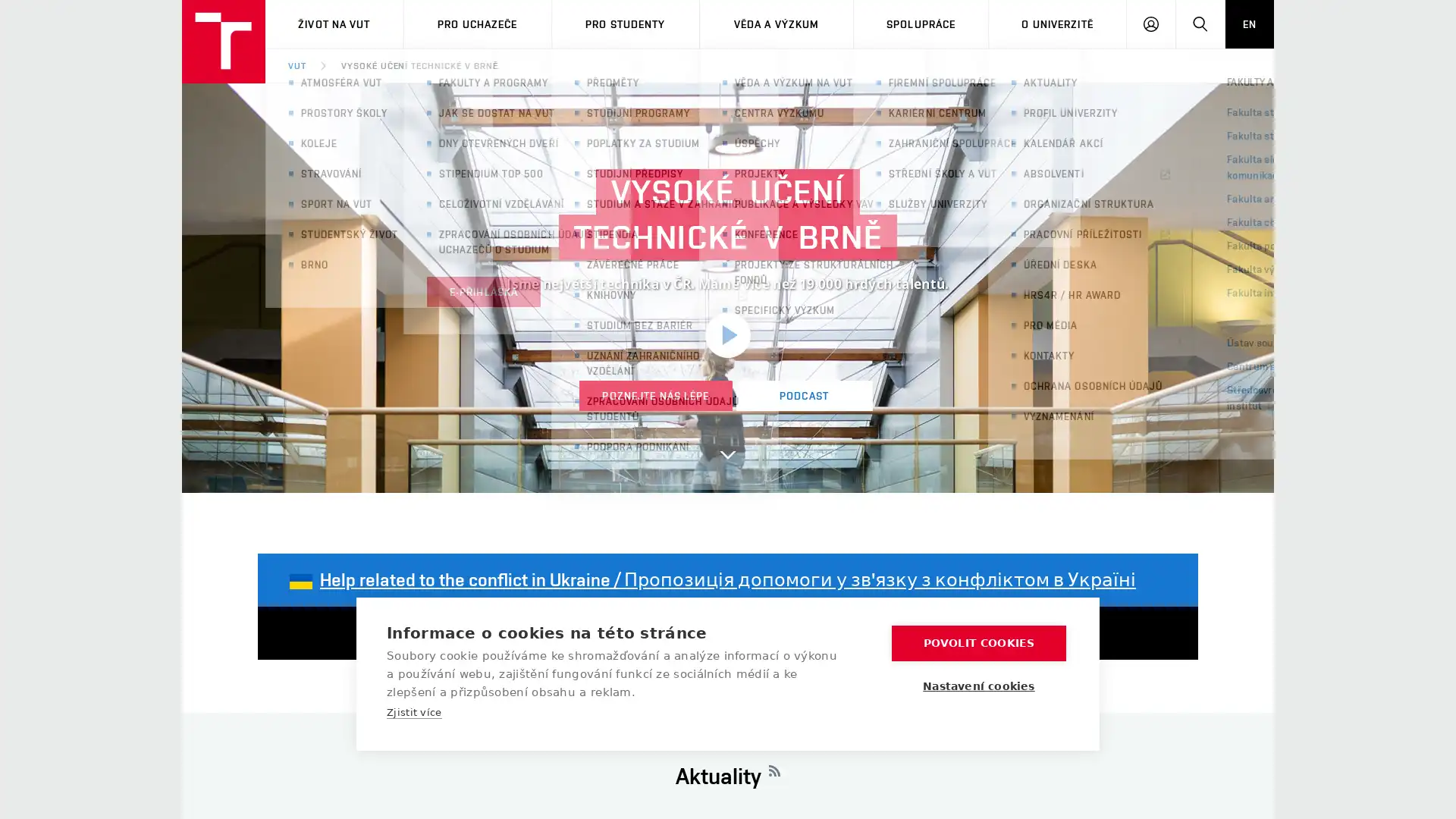  What do you see at coordinates (979, 686) in the screenshot?
I see `Nastaveni cookies` at bounding box center [979, 686].